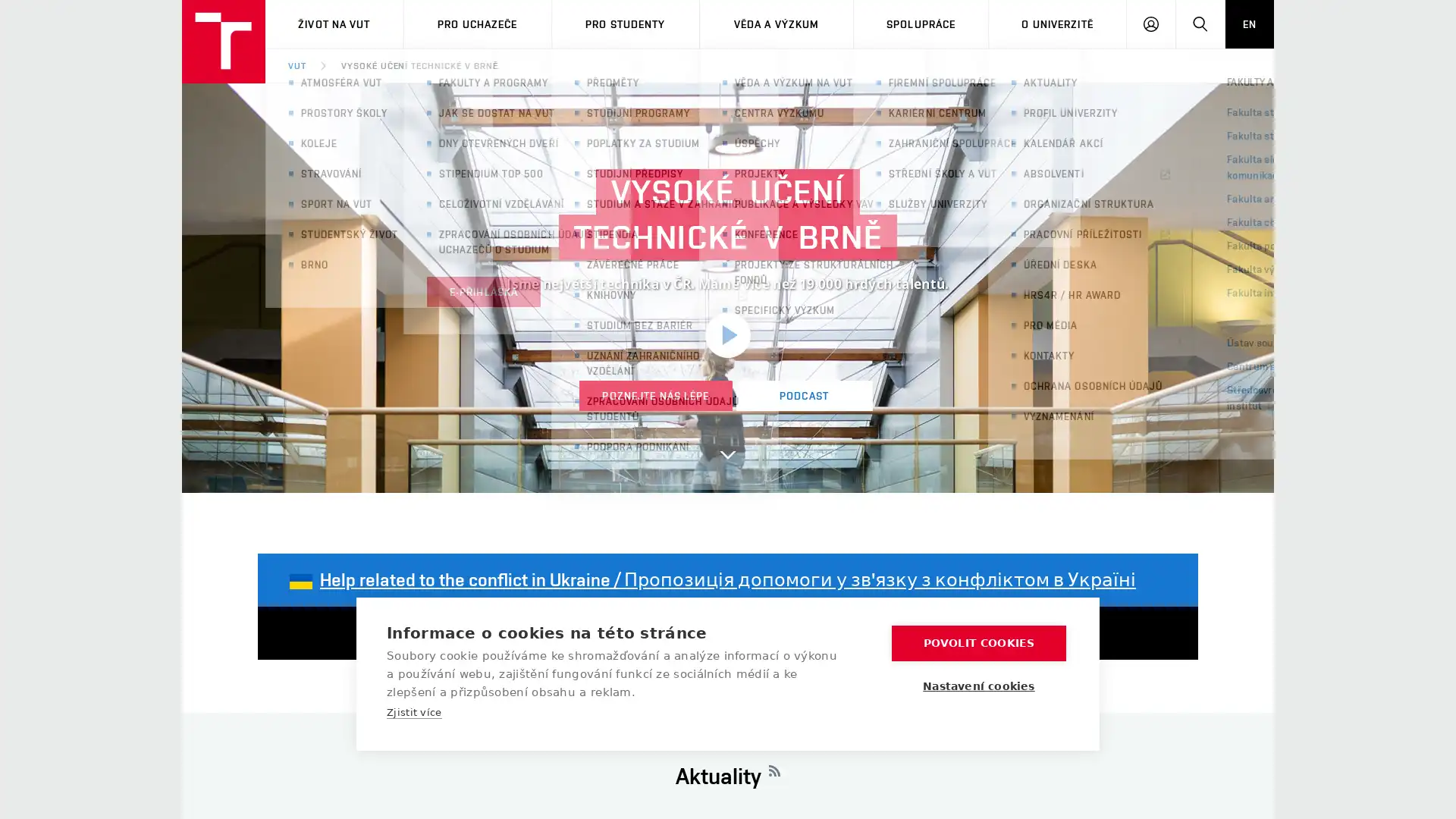  What do you see at coordinates (979, 686) in the screenshot?
I see `Nastaveni cookies` at bounding box center [979, 686].